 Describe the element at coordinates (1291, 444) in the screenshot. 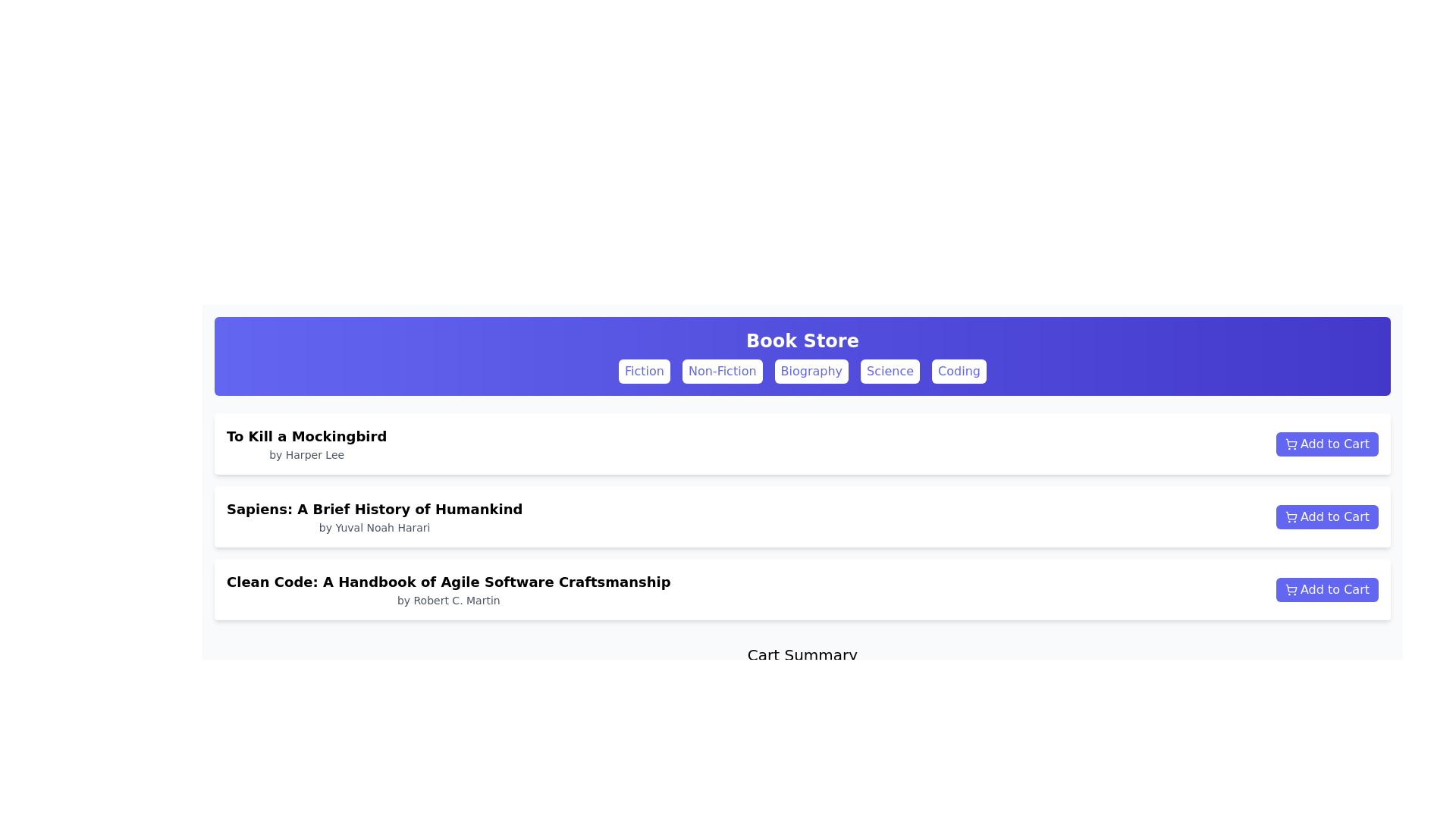

I see `the icon representing the function of adding an item to the shopping cart, located at the center of the 'Add to Cart' button` at that location.